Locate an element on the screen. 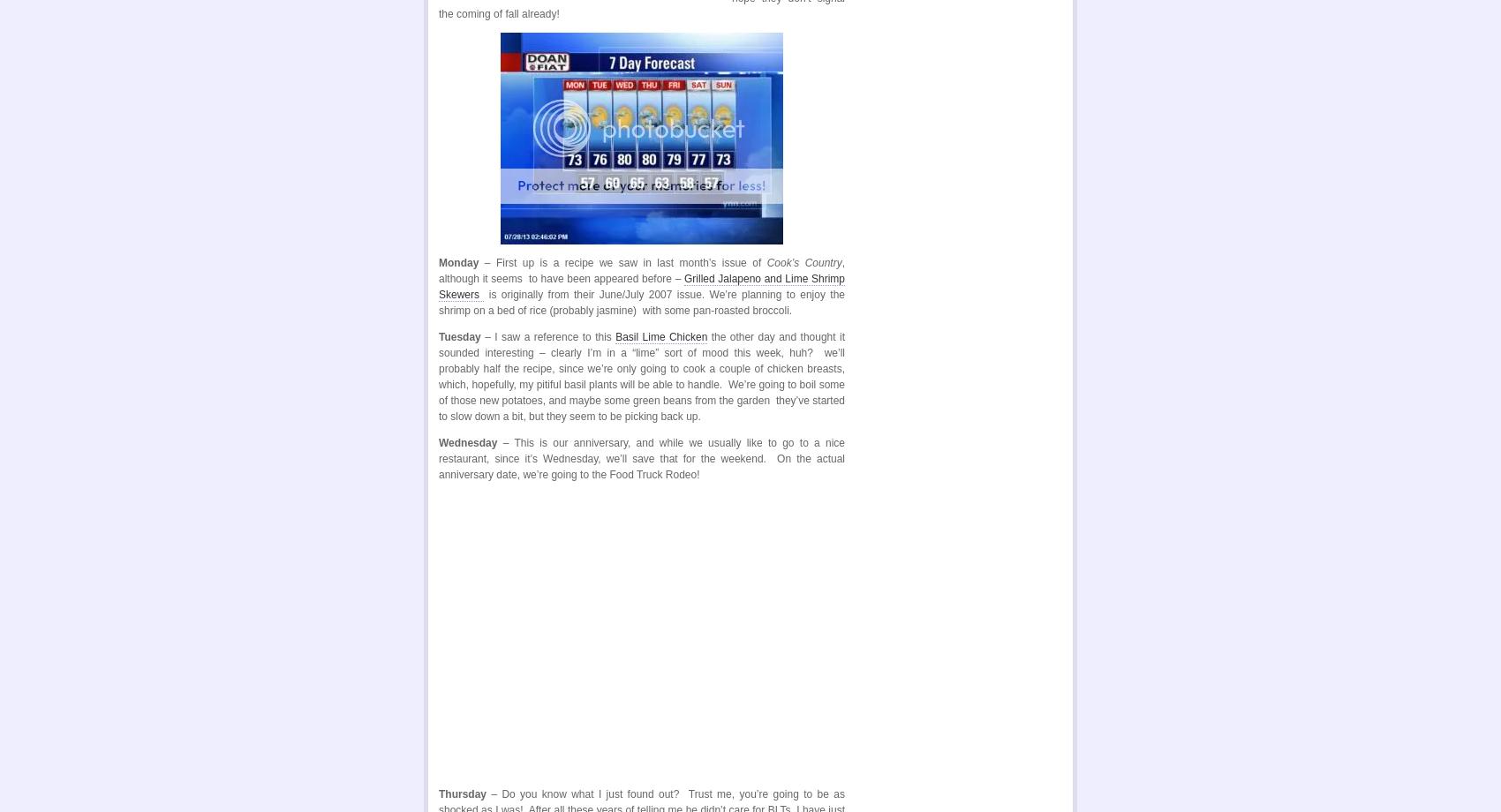  '– First up is a recipe we saw in last month’s issue of' is located at coordinates (622, 262).